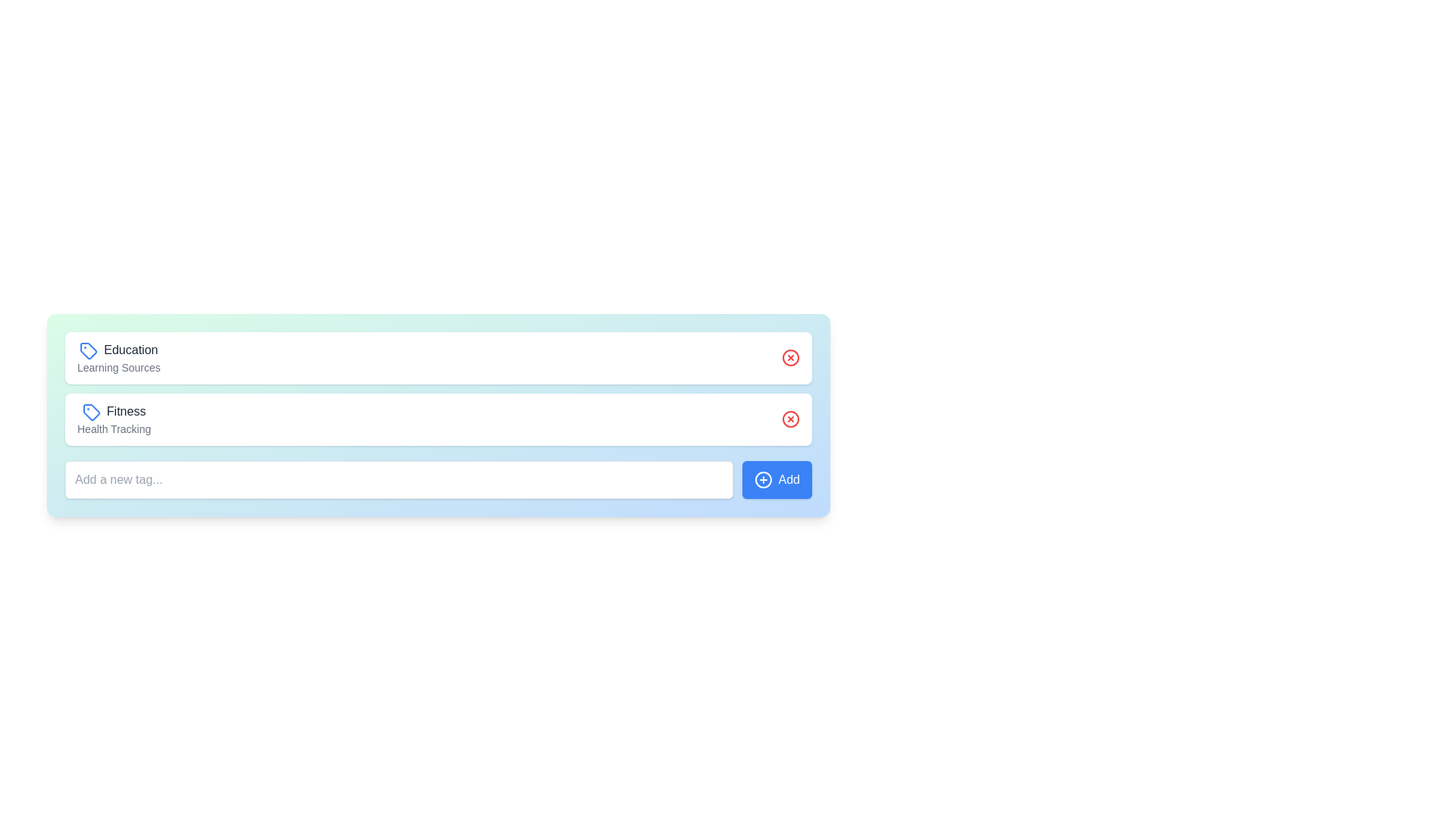 Image resolution: width=1456 pixels, height=819 pixels. What do you see at coordinates (113, 419) in the screenshot?
I see `the 'Fitness' tag with the sub-description 'Health Tracking', which is the second item in the vertical list under the 'Education' label` at bounding box center [113, 419].